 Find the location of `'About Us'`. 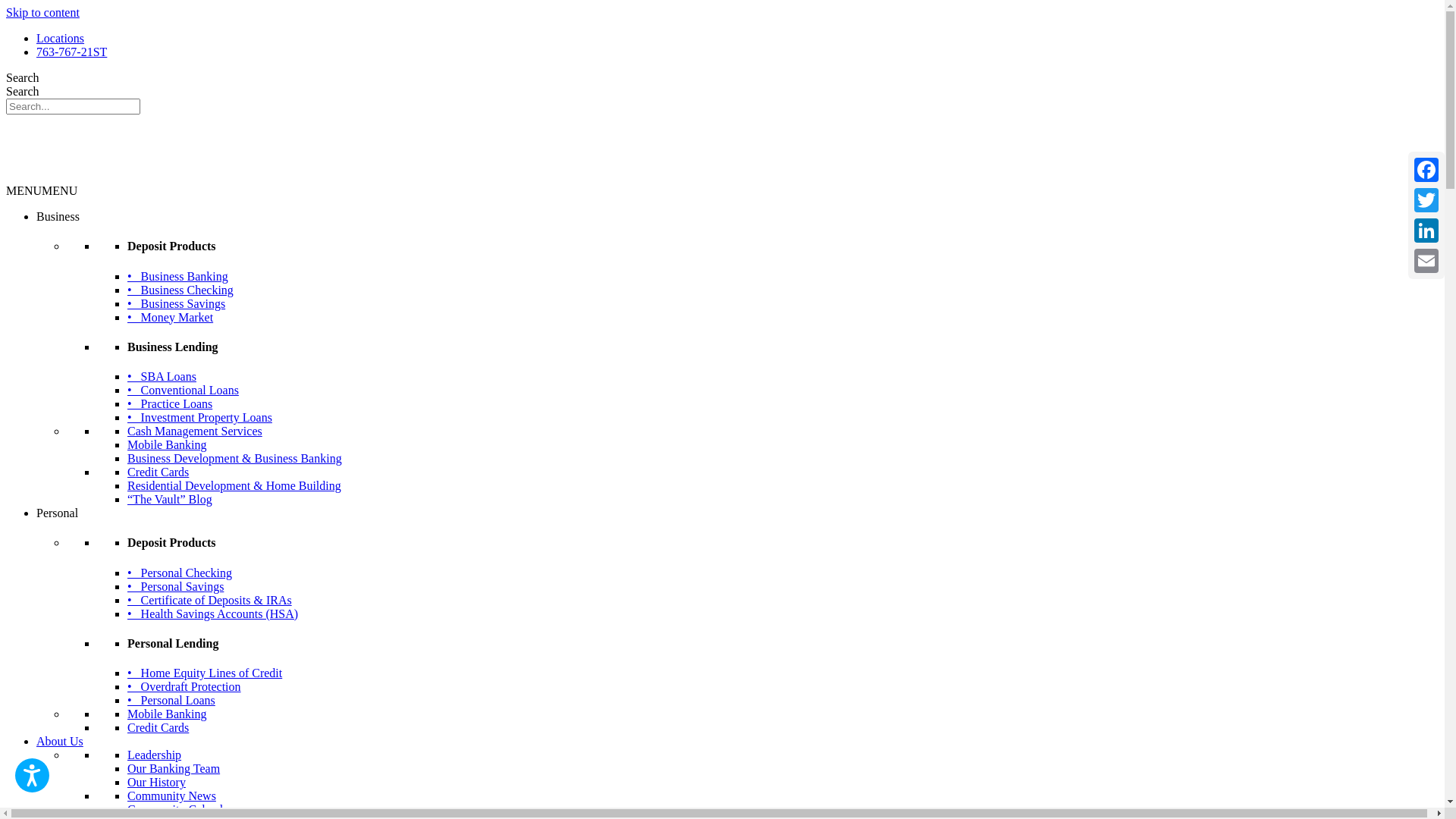

'About Us' is located at coordinates (59, 740).